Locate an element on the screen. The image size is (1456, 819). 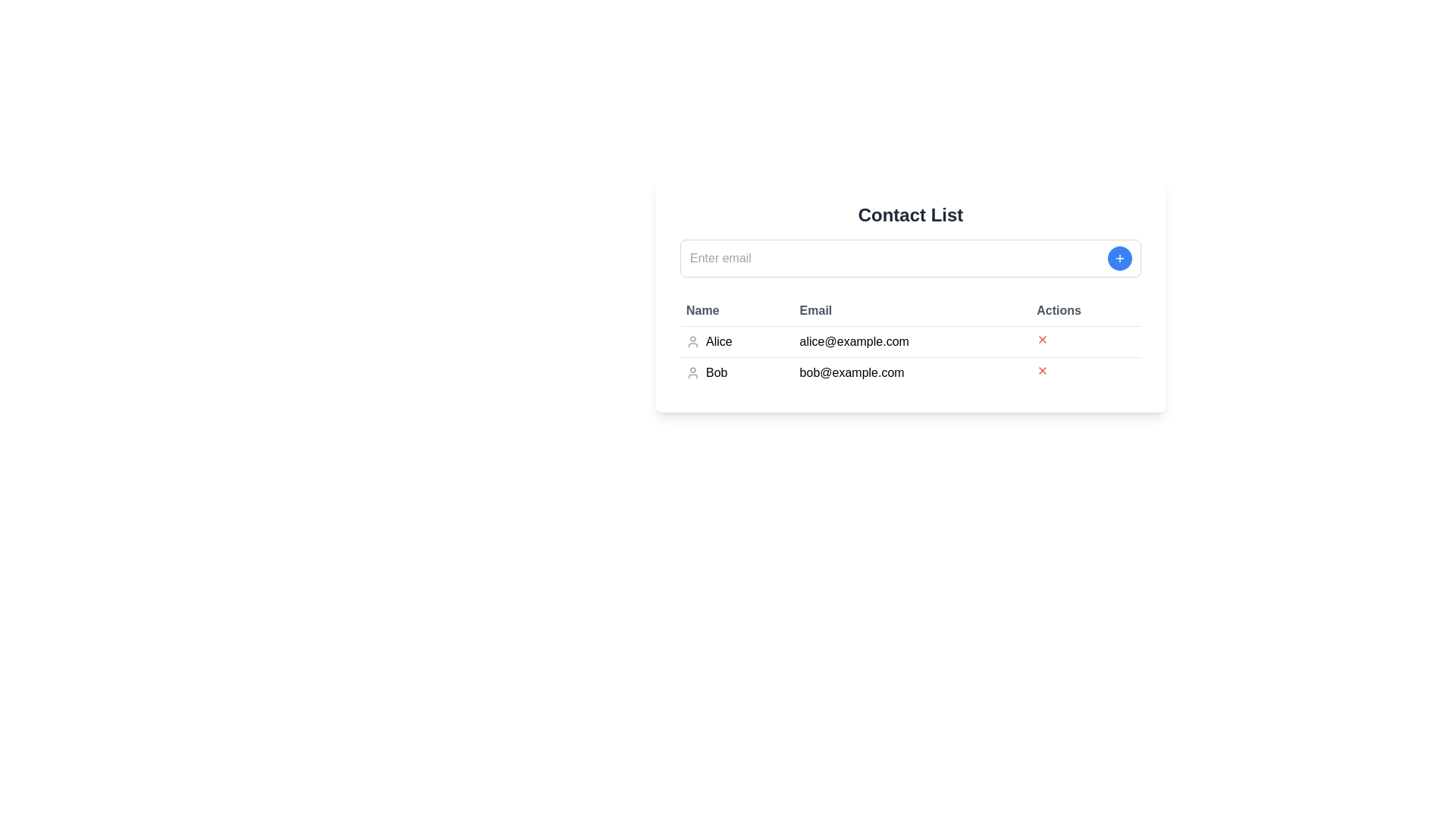
the user profile icon representing 'Bob', which is located to the left of the name 'Bob' in the second row under the 'Name' column is located at coordinates (692, 373).